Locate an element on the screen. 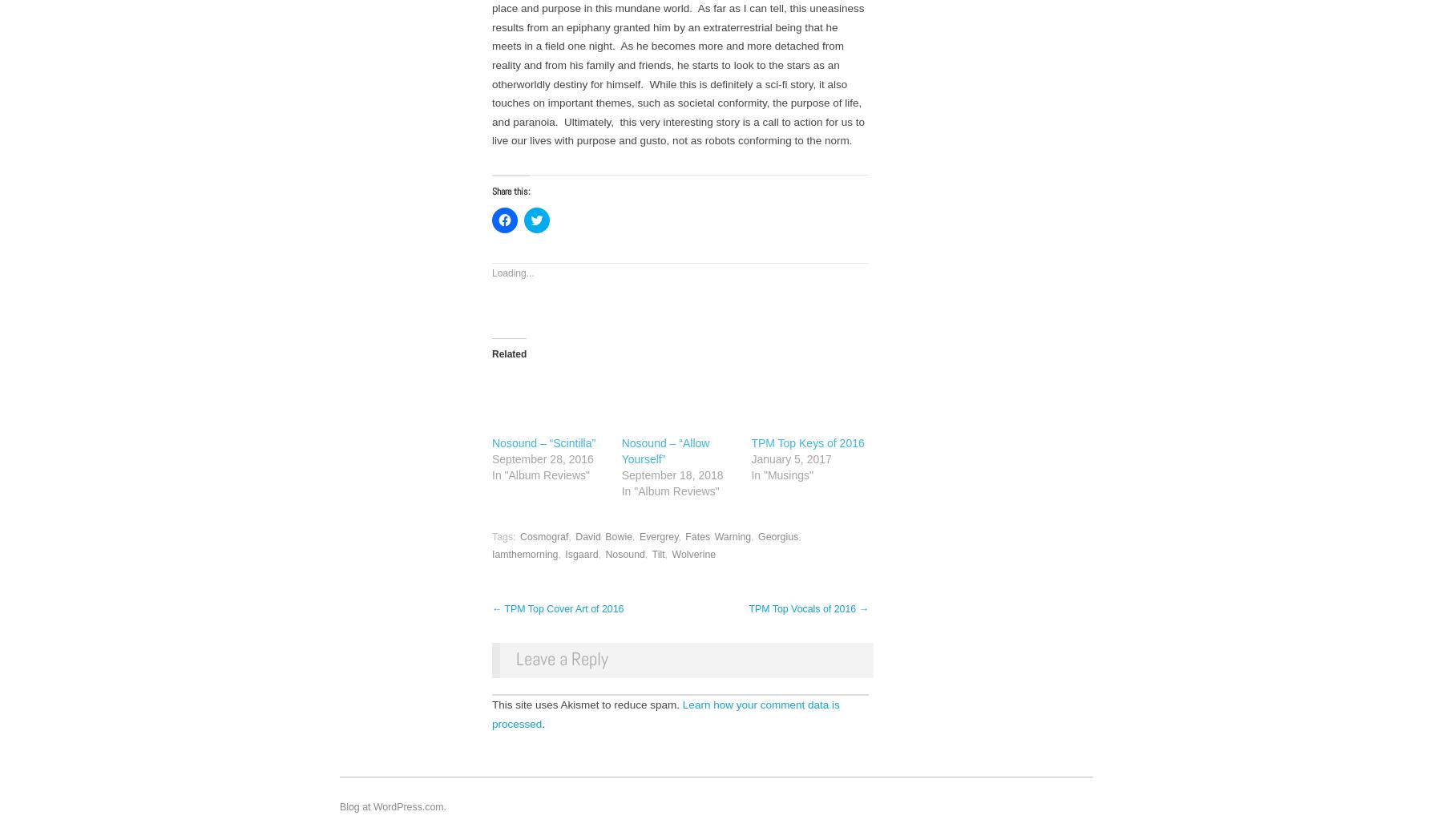 This screenshot has height=840, width=1433. 'Iamthemorning' is located at coordinates (524, 554).